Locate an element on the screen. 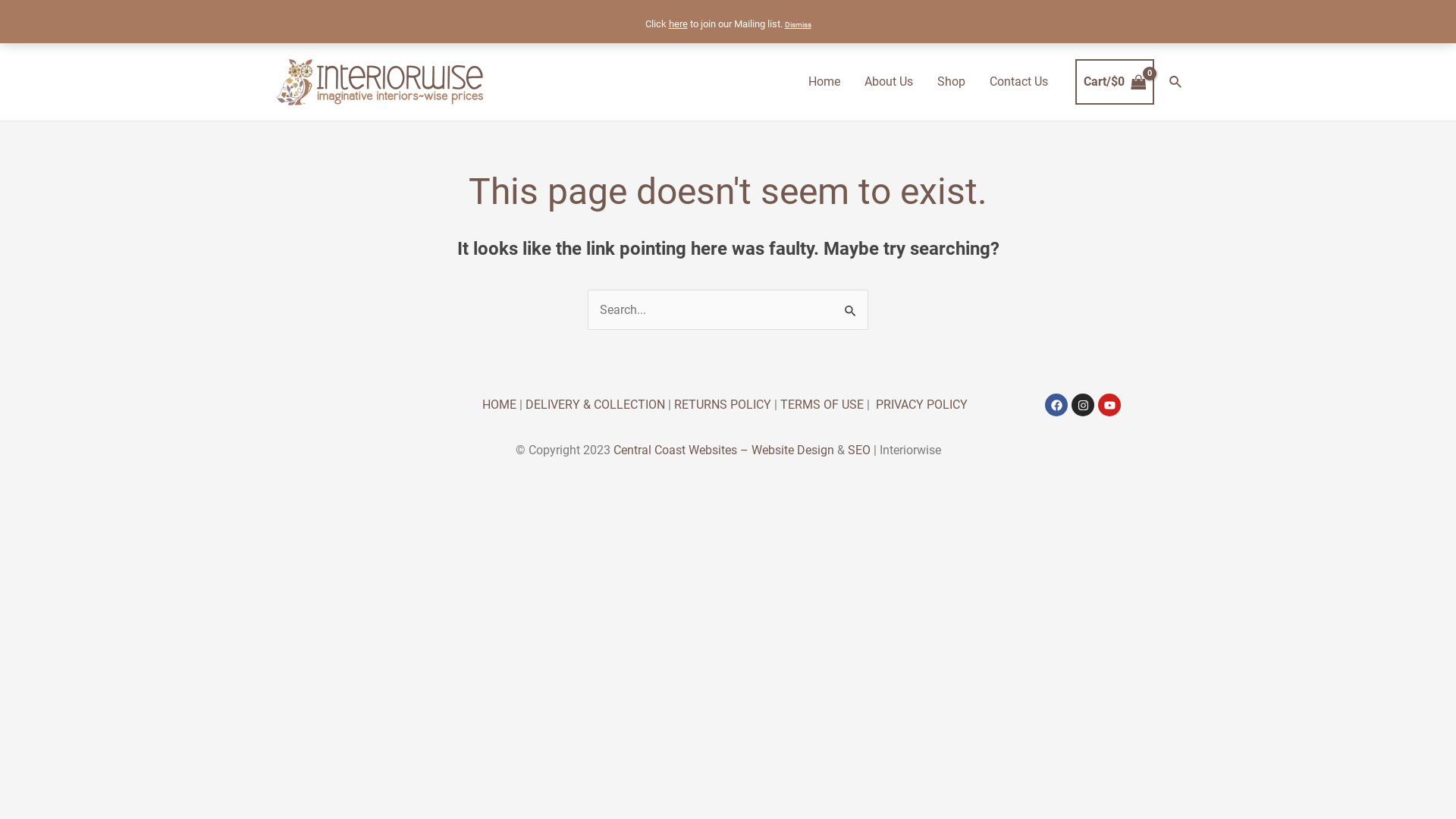  'DELIVERY & COLLECTION' is located at coordinates (525, 403).